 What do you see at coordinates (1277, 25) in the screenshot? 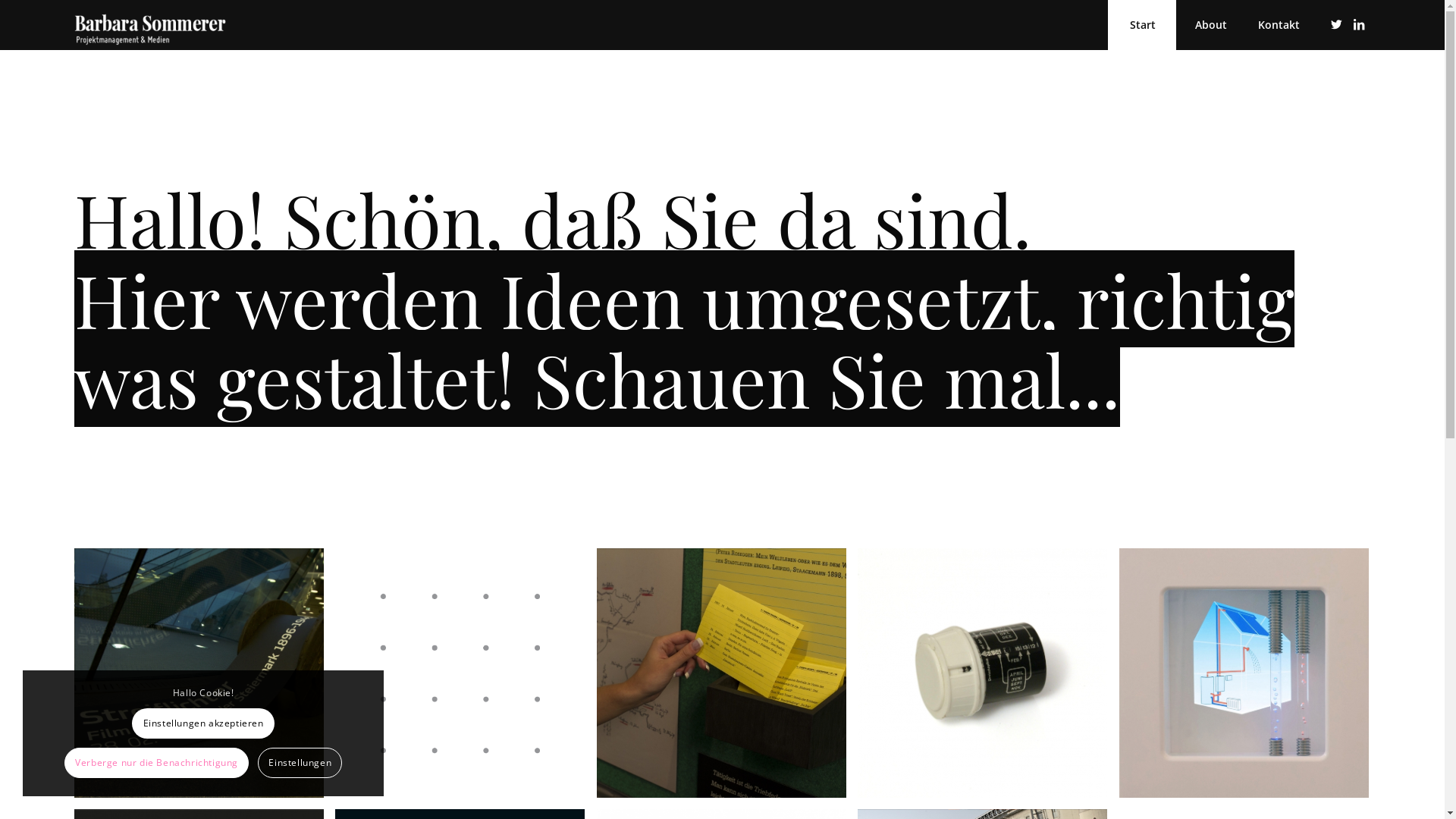
I see `'Kontakt'` at bounding box center [1277, 25].